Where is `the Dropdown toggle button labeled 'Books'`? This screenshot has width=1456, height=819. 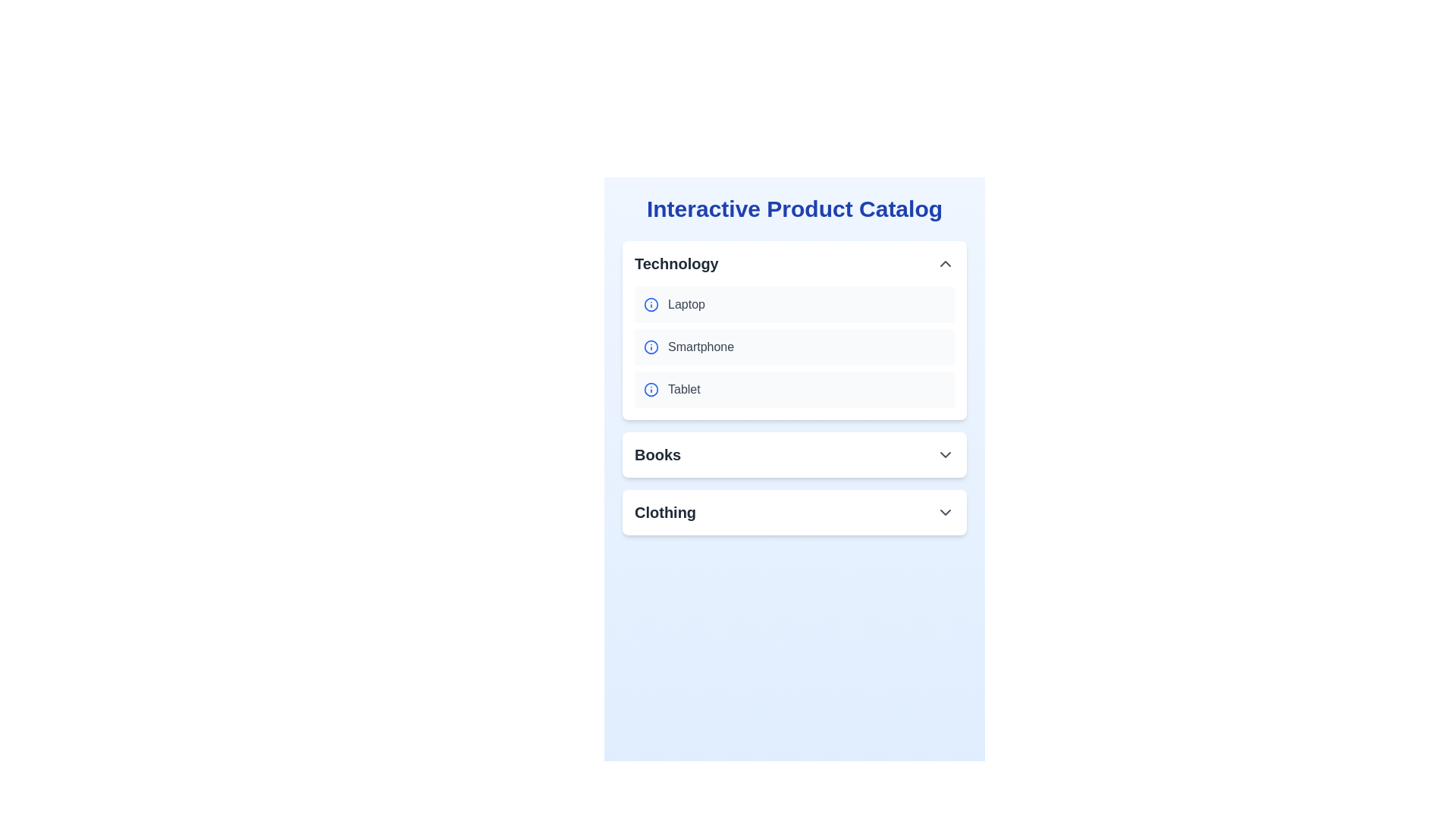 the Dropdown toggle button labeled 'Books' is located at coordinates (793, 454).